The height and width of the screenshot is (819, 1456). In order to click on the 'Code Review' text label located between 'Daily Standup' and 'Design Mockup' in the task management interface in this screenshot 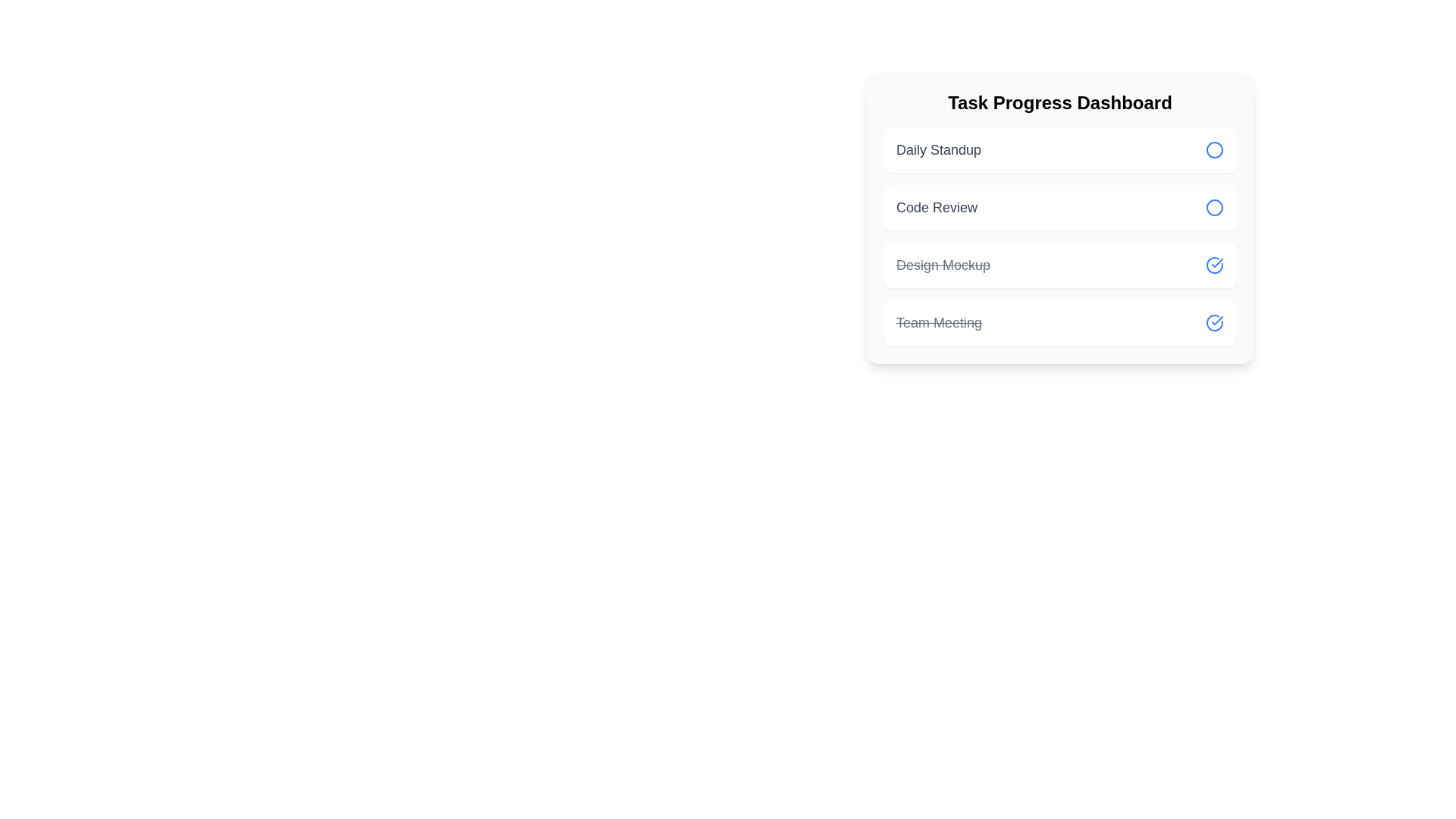, I will do `click(936, 207)`.